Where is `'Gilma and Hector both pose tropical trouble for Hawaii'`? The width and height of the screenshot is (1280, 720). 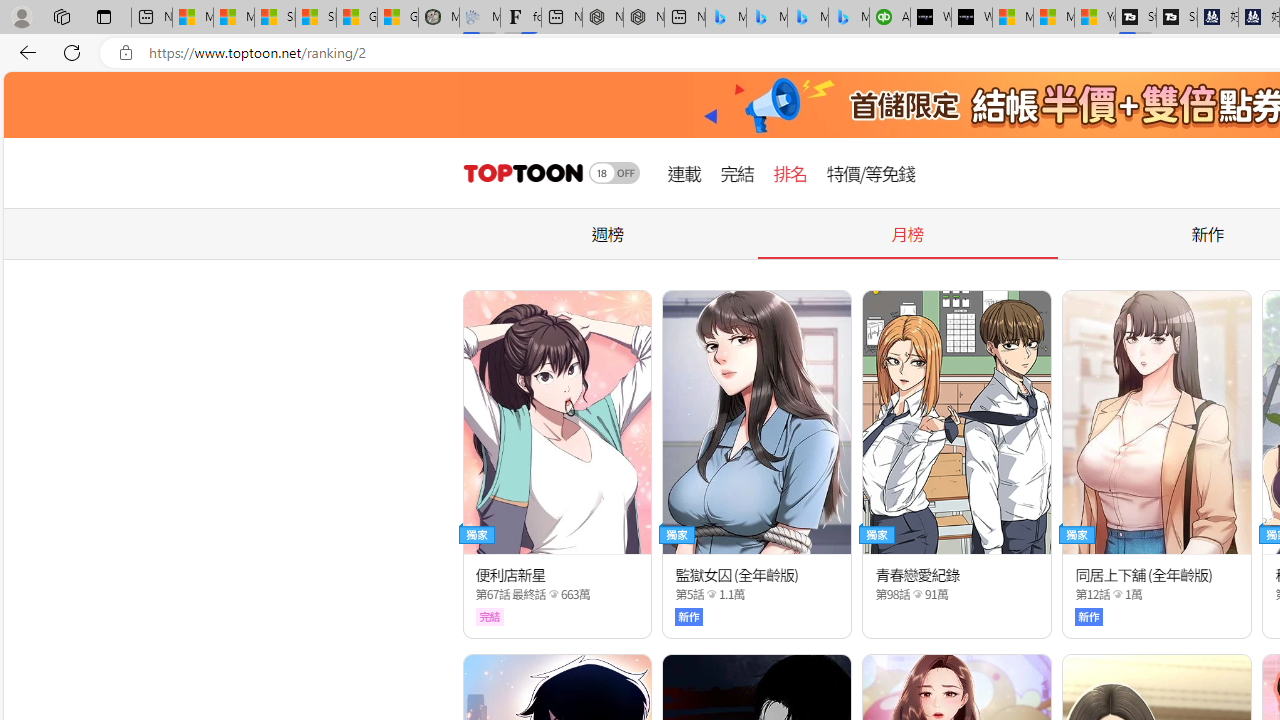 'Gilma and Hector both pose tropical trouble for Hawaii' is located at coordinates (398, 17).